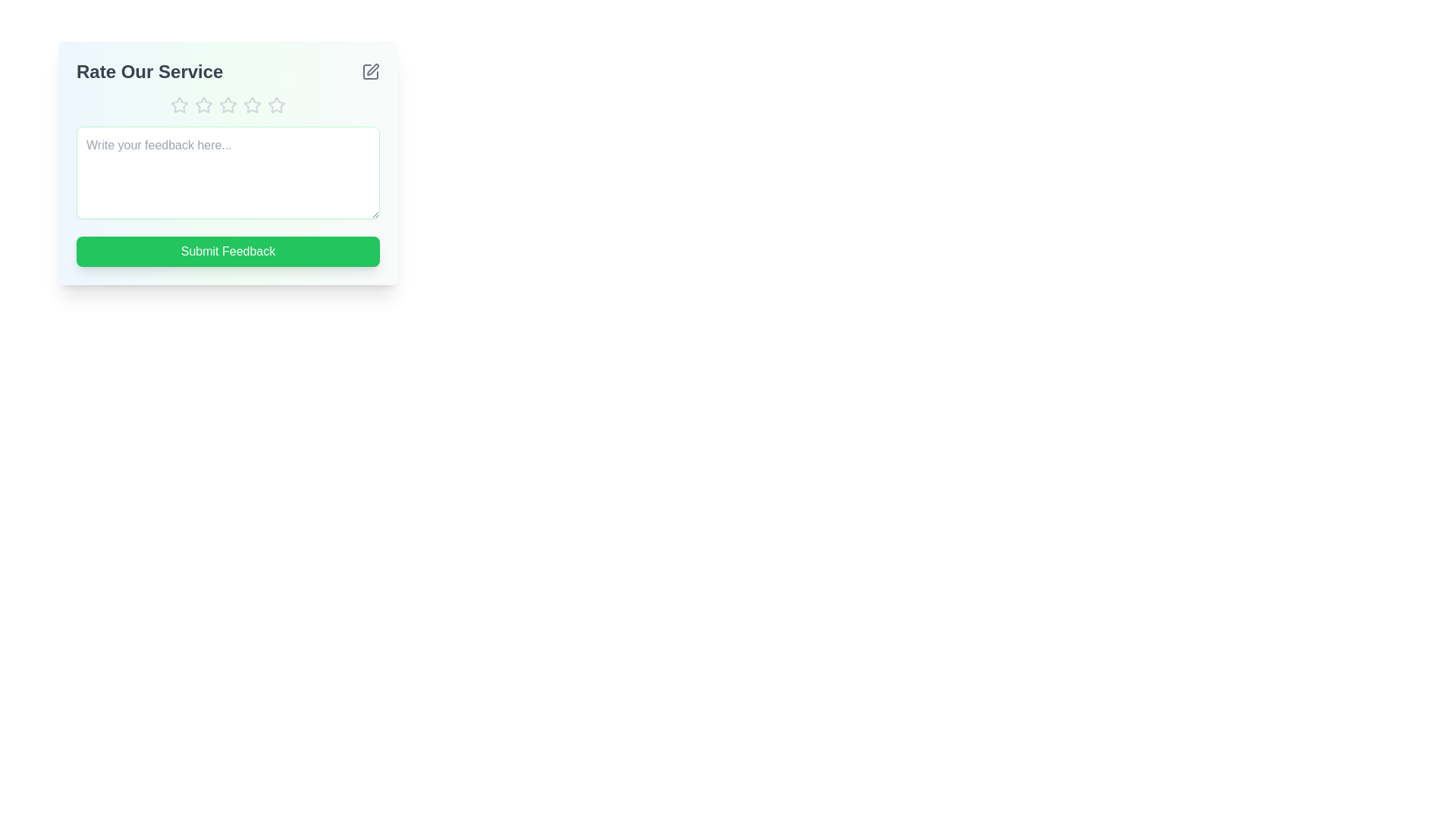 The height and width of the screenshot is (819, 1456). Describe the element at coordinates (252, 104) in the screenshot. I see `the rating to 4 stars by clicking the corresponding star button` at that location.